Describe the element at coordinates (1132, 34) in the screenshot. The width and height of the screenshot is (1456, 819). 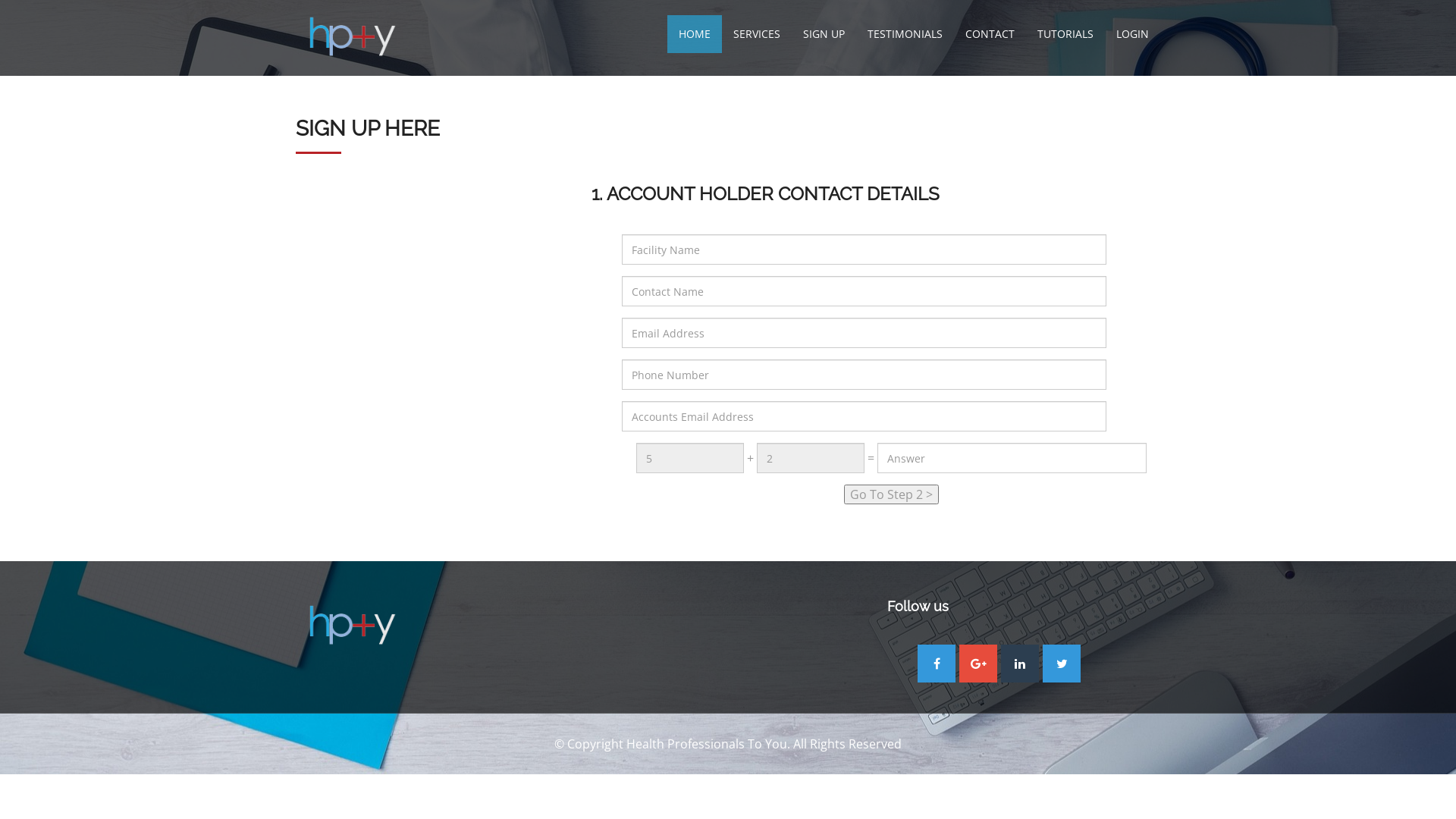
I see `'LOGIN'` at that location.